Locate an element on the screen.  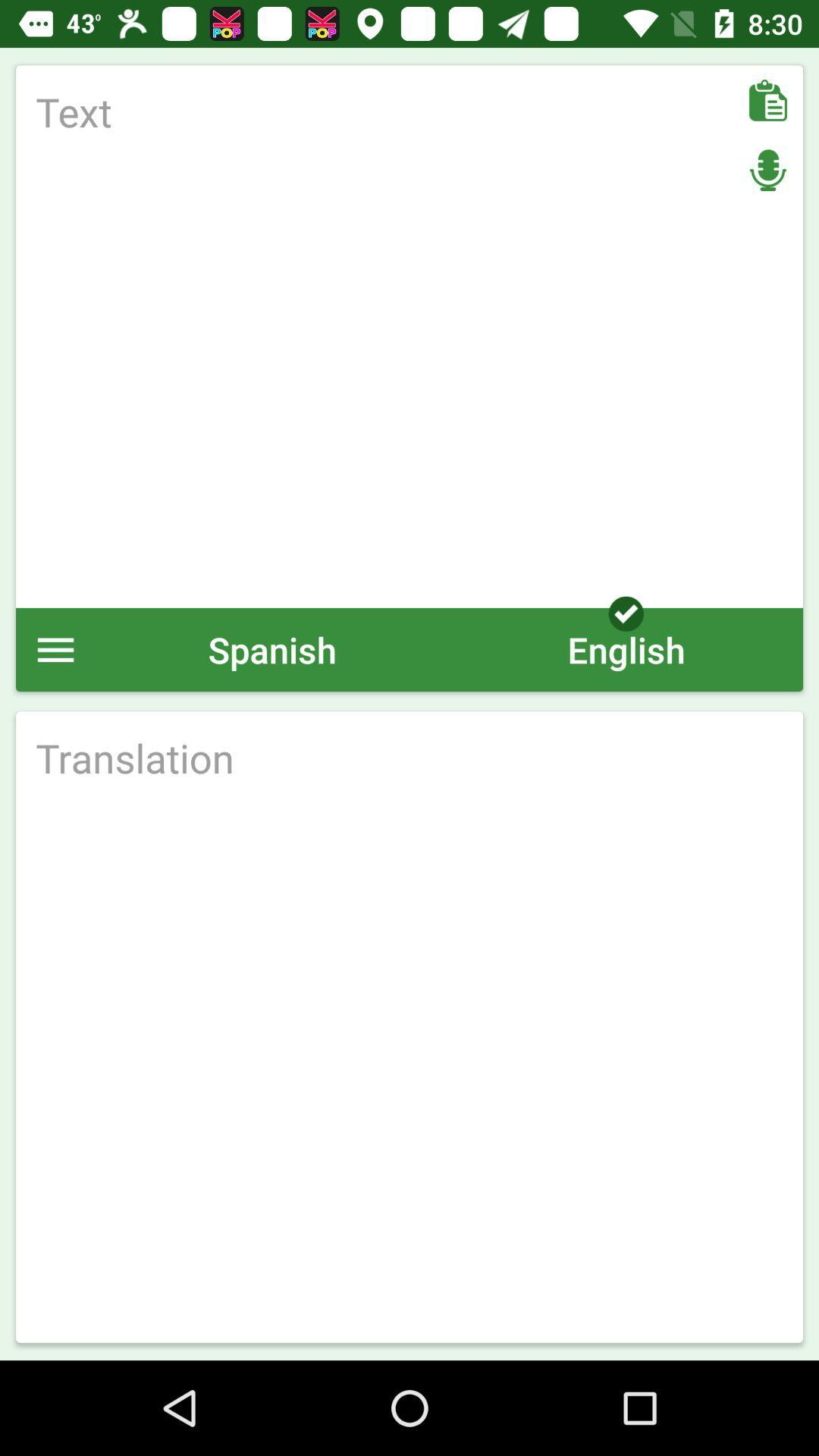
the item to the left of the english is located at coordinates (271, 649).